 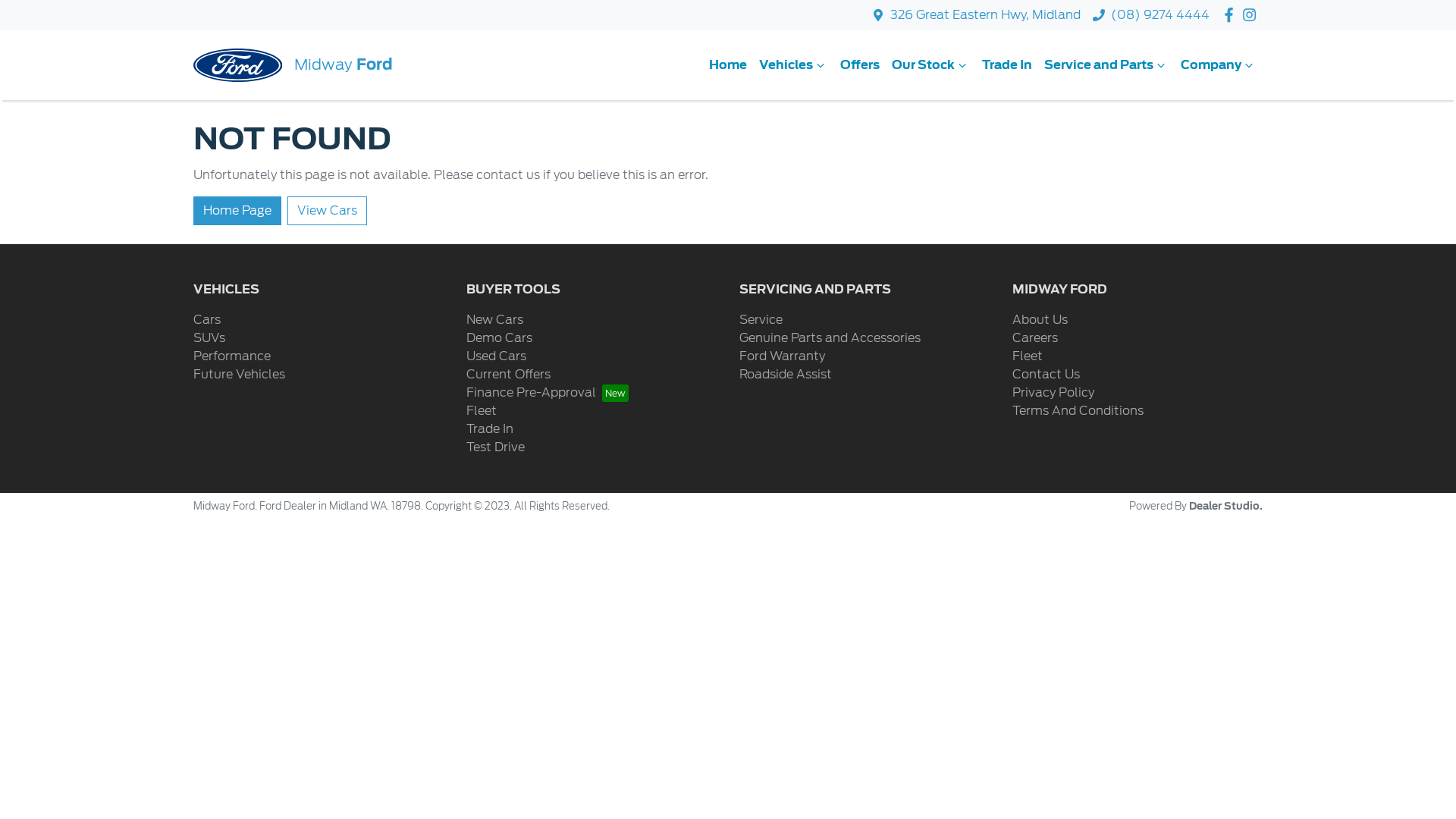 What do you see at coordinates (859, 64) in the screenshot?
I see `'Offers'` at bounding box center [859, 64].